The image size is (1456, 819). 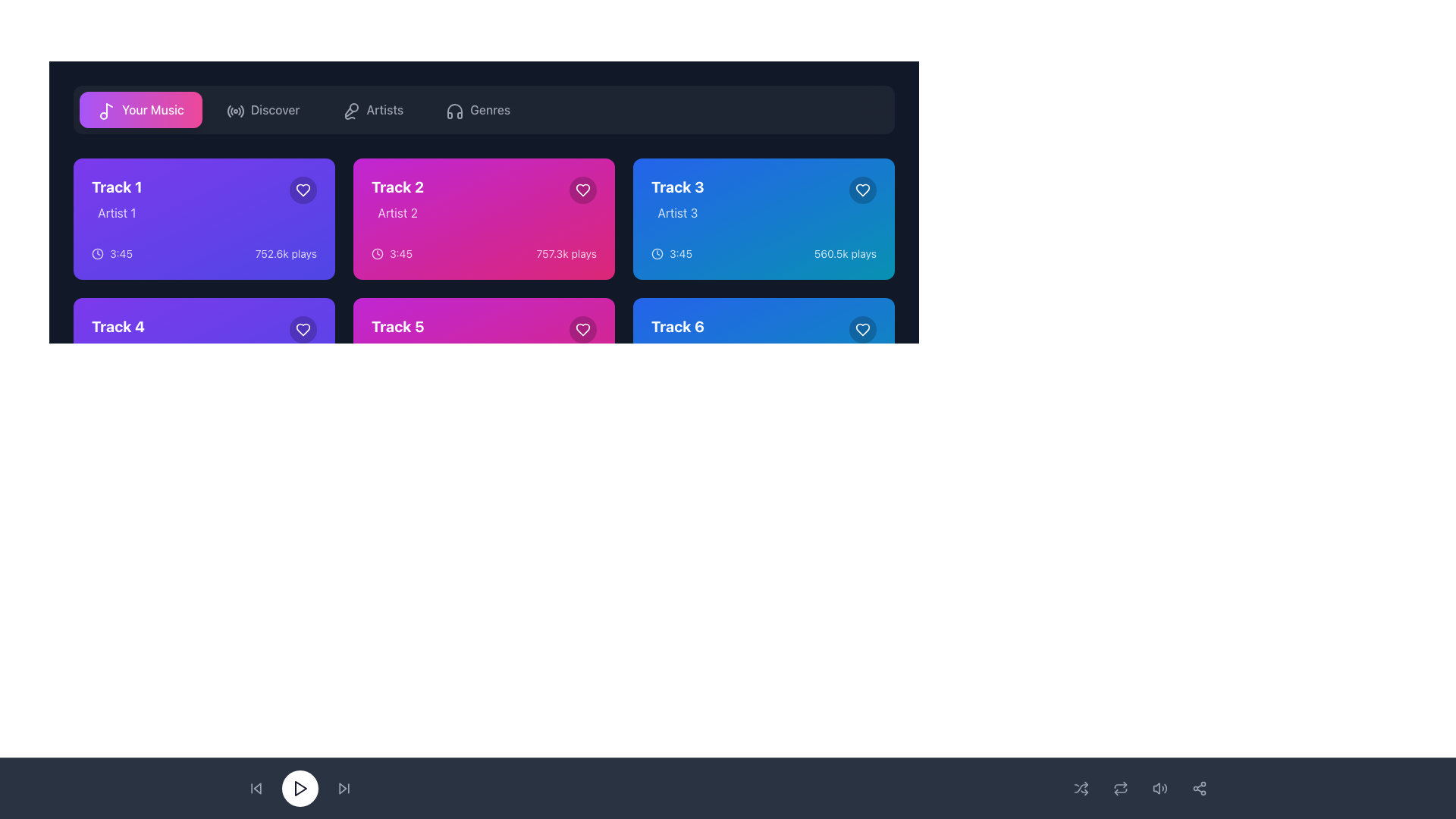 I want to click on the text label displaying 'Artist 3', which is styled in a lighter white shade and positioned within the blue card for 'Track 3', so click(x=676, y=213).